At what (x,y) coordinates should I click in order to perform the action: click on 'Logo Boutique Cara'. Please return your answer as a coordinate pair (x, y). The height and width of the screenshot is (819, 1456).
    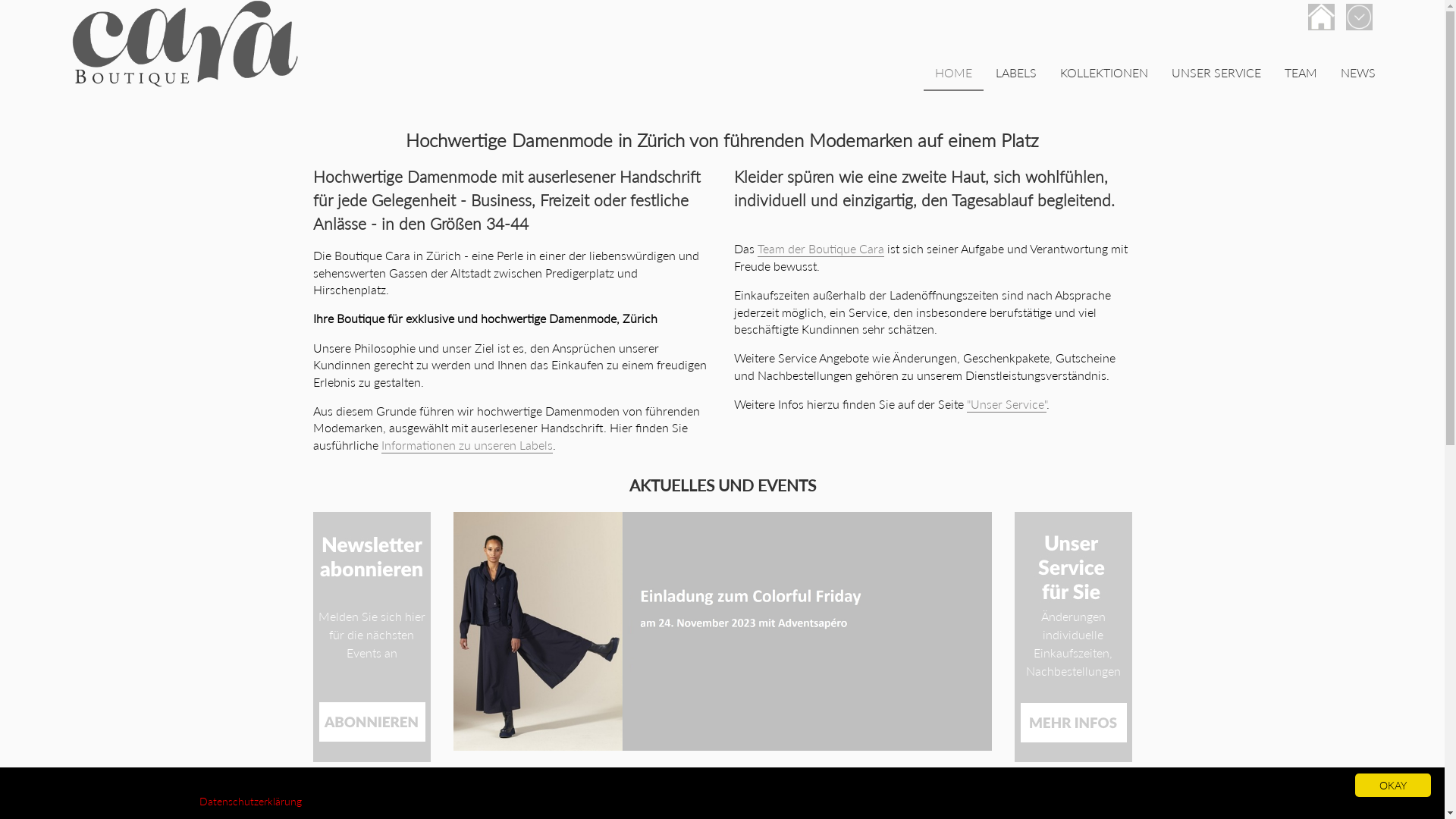
    Looking at the image, I should click on (184, 42).